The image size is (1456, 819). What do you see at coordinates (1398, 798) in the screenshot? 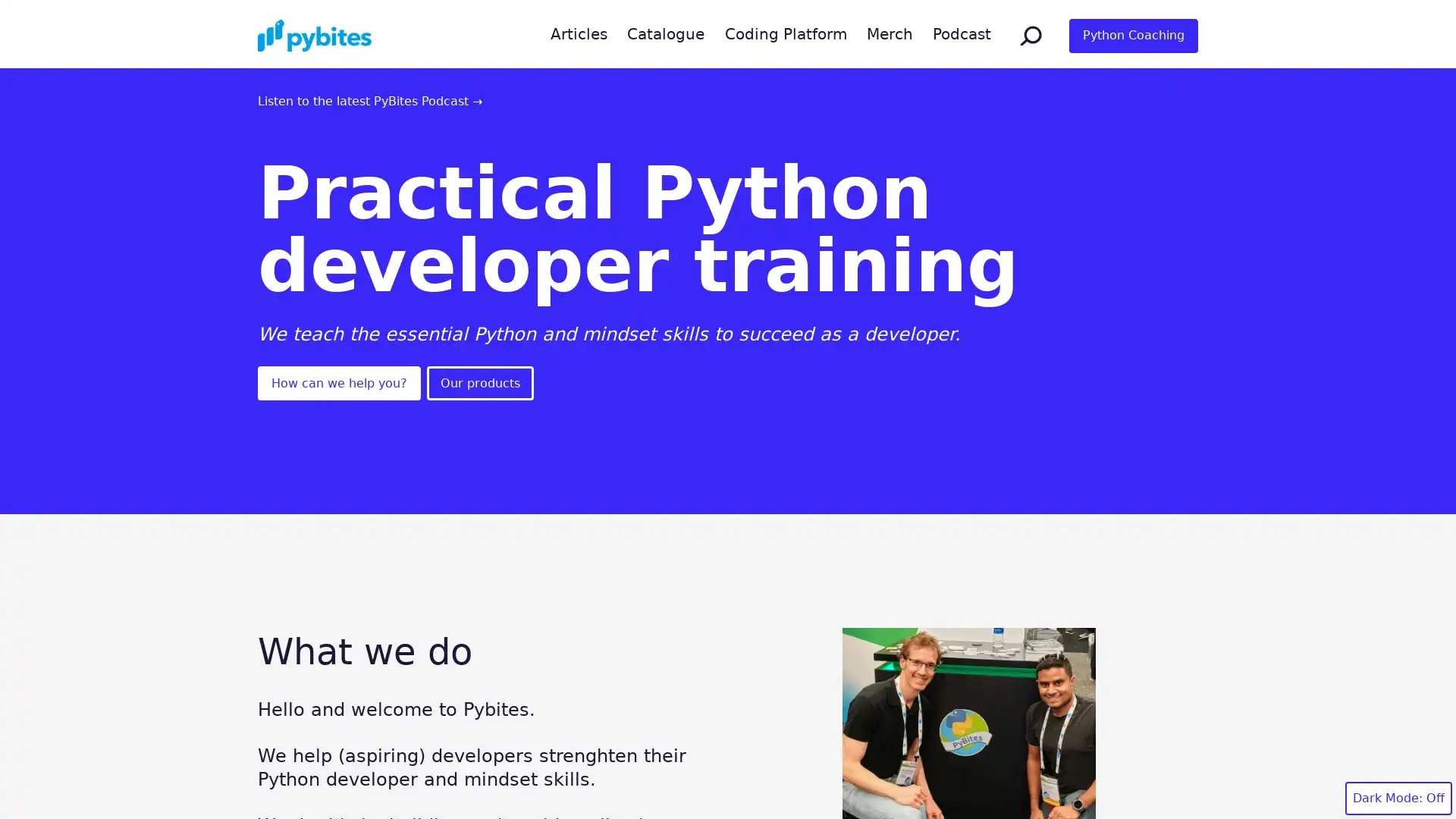
I see `Dark Mode:` at bounding box center [1398, 798].